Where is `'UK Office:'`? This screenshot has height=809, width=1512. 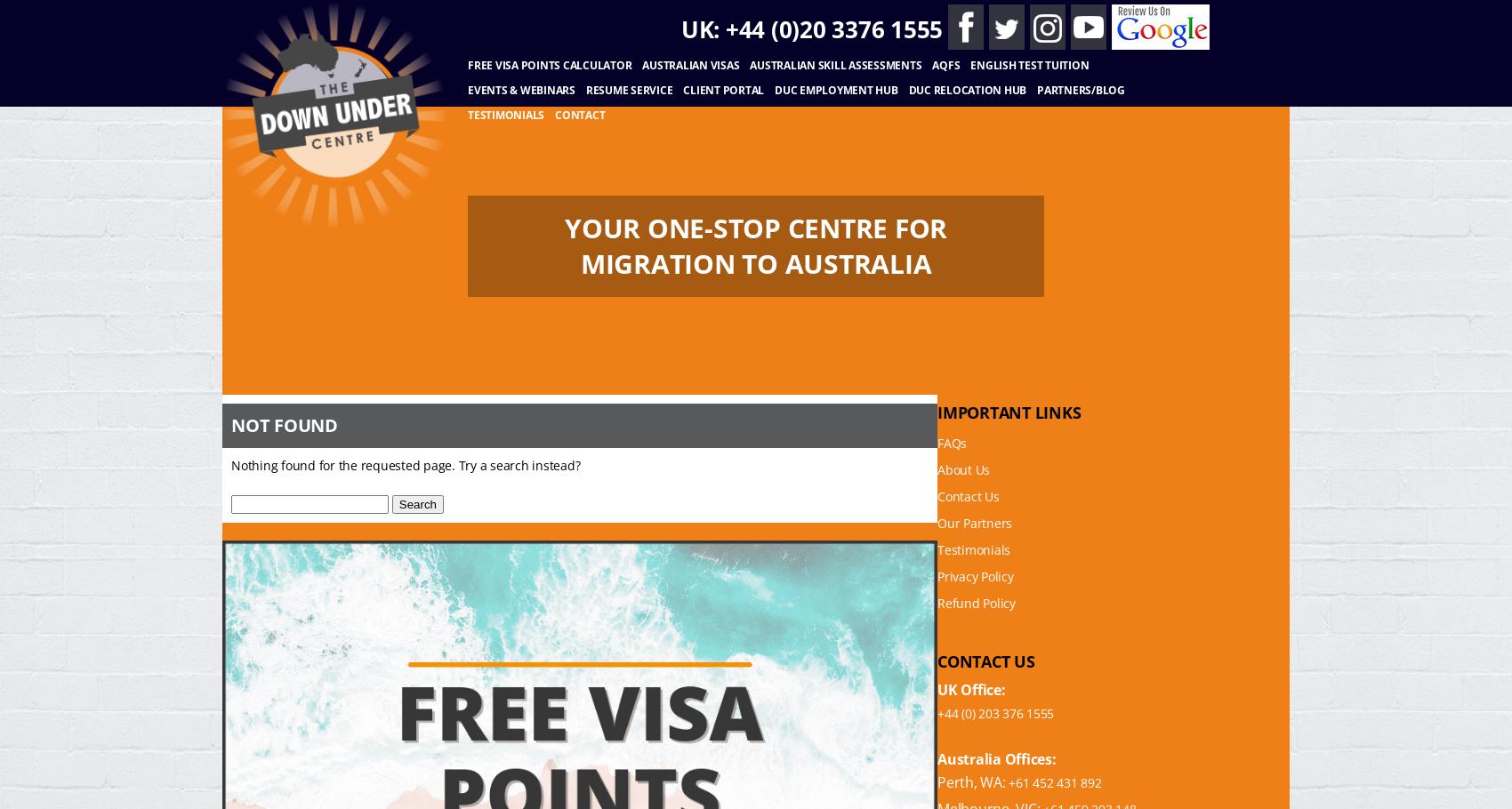
'UK Office:' is located at coordinates (971, 689).